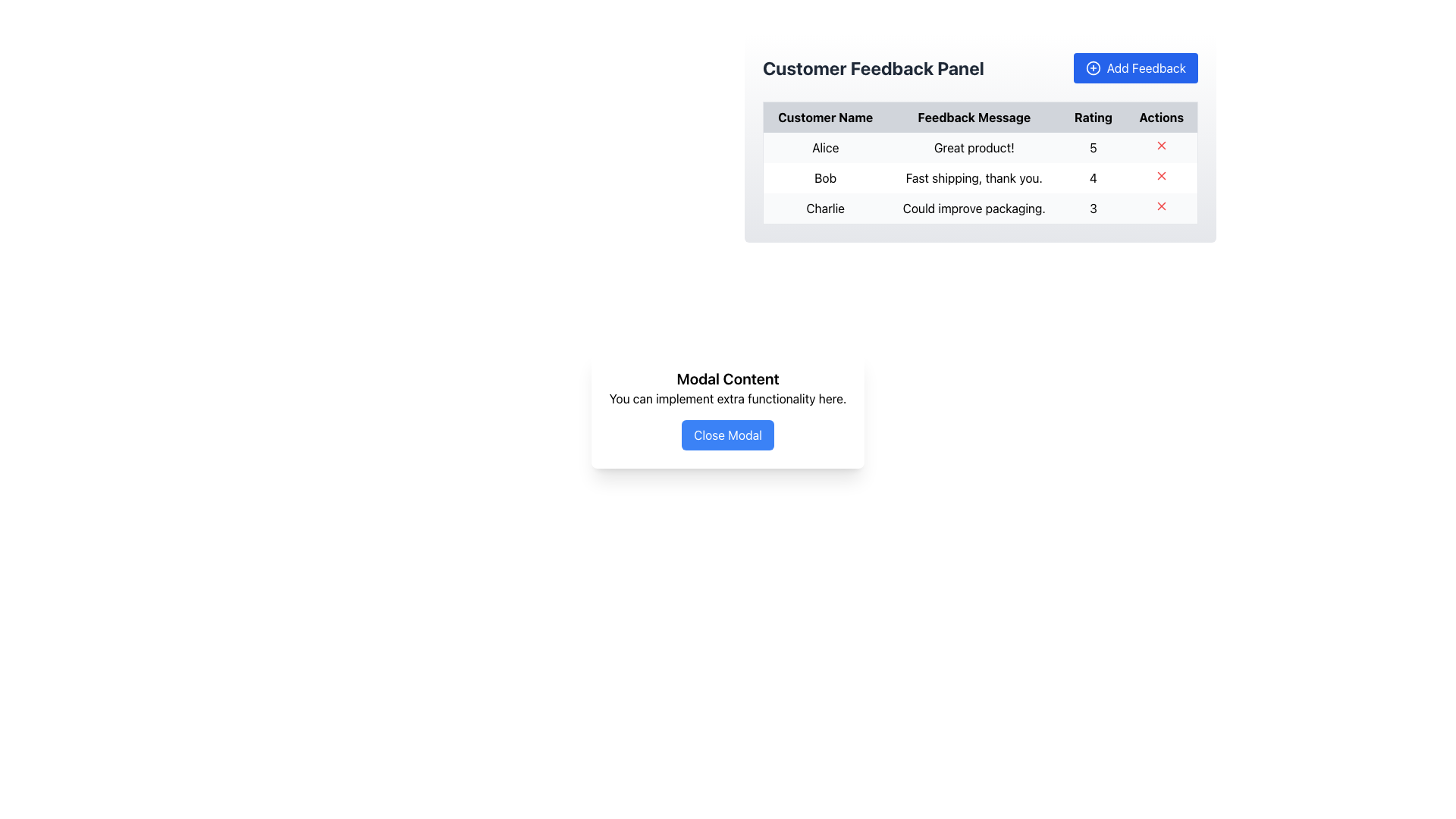  I want to click on the table cell containing the text 'Great product!' in the 'Feedback Message' column, which is located in the second column of the first row of the table, so click(974, 148).